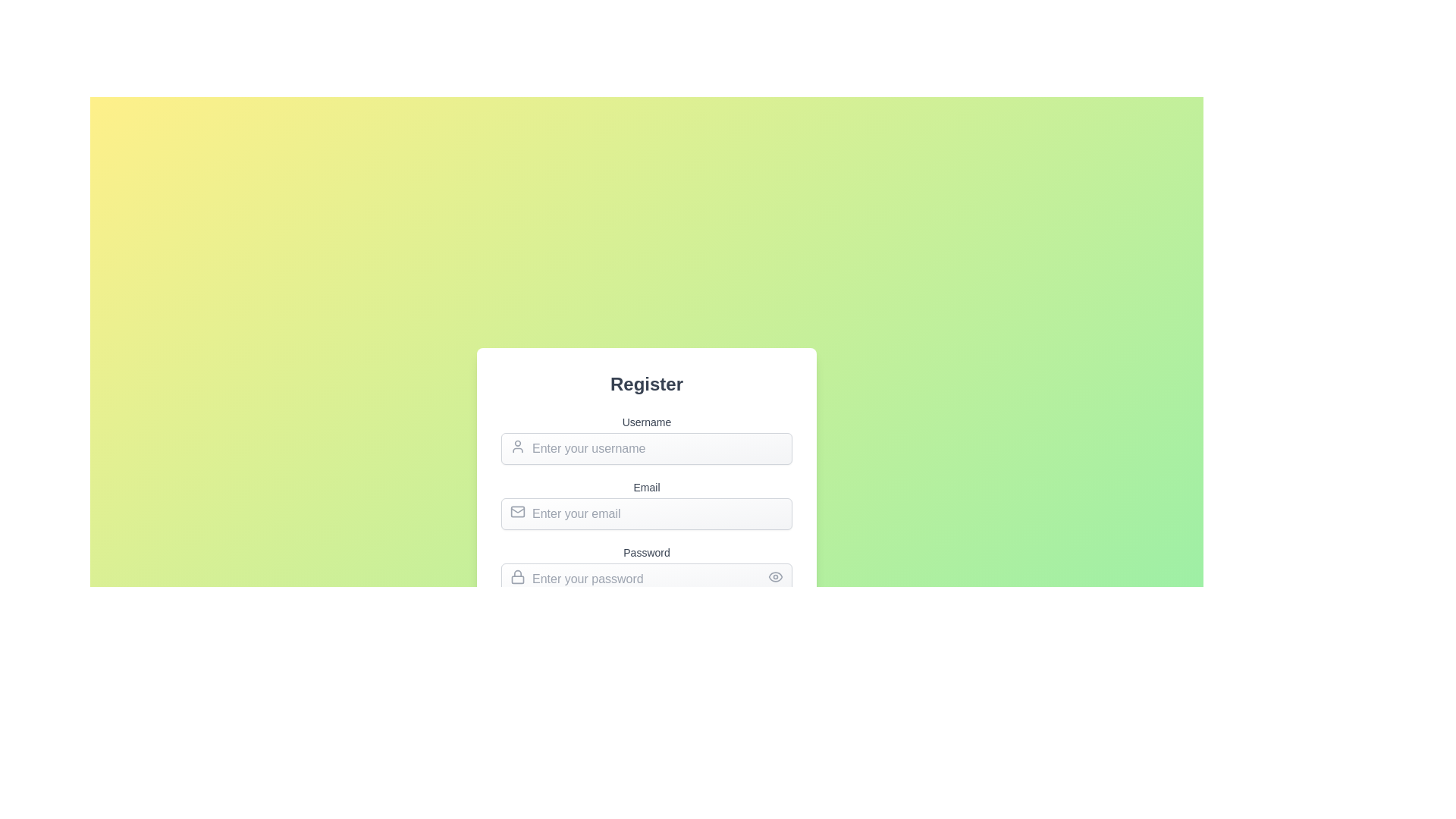  Describe the element at coordinates (647, 383) in the screenshot. I see `the bold, centered heading labeled 'Register' that is located at the top of the registration form, which is a white rounded rectangle with a shadow` at that location.